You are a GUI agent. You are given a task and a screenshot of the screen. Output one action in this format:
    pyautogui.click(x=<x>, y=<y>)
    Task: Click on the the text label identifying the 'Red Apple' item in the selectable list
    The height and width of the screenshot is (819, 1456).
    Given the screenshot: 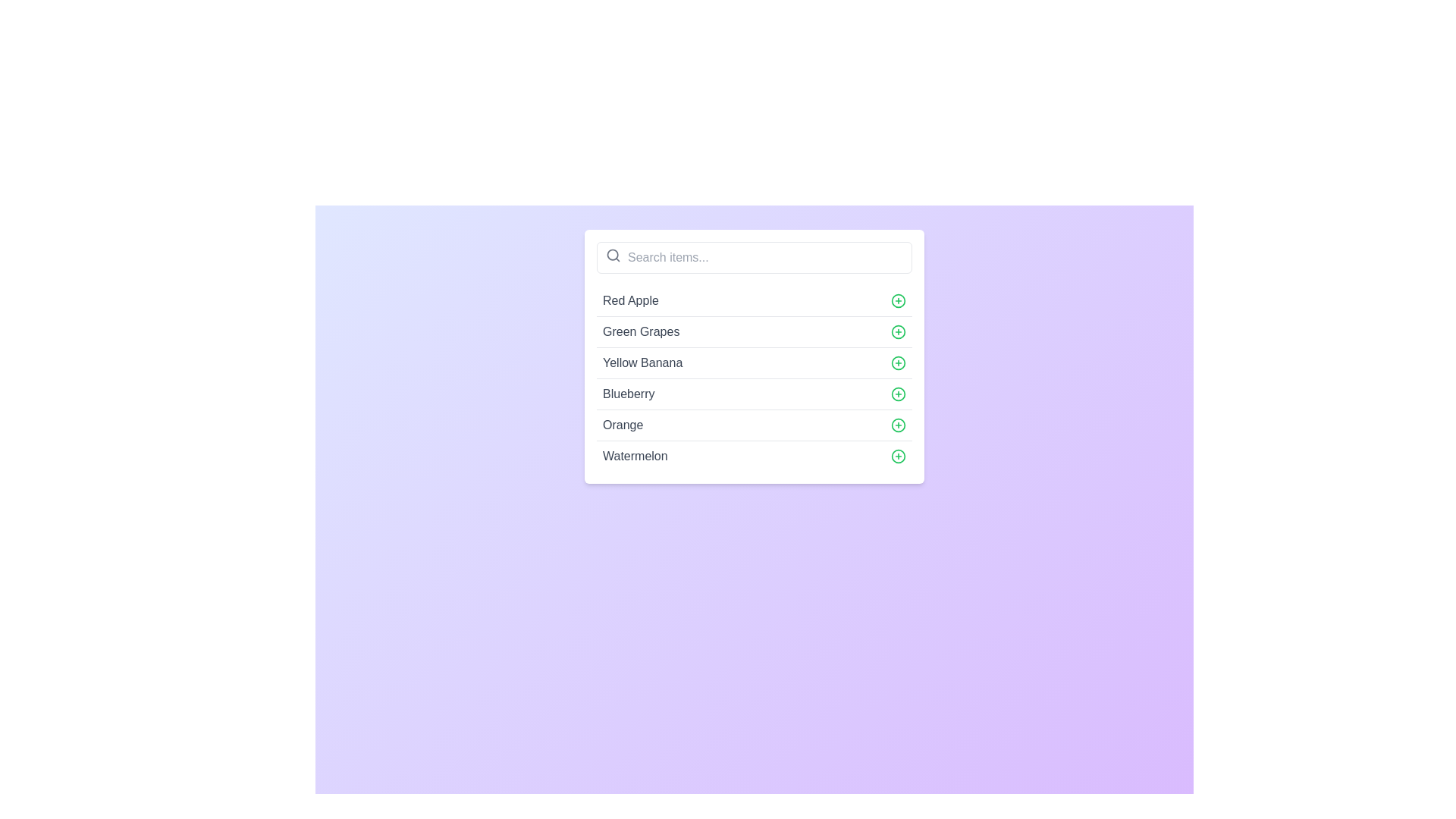 What is the action you would take?
    pyautogui.click(x=630, y=301)
    